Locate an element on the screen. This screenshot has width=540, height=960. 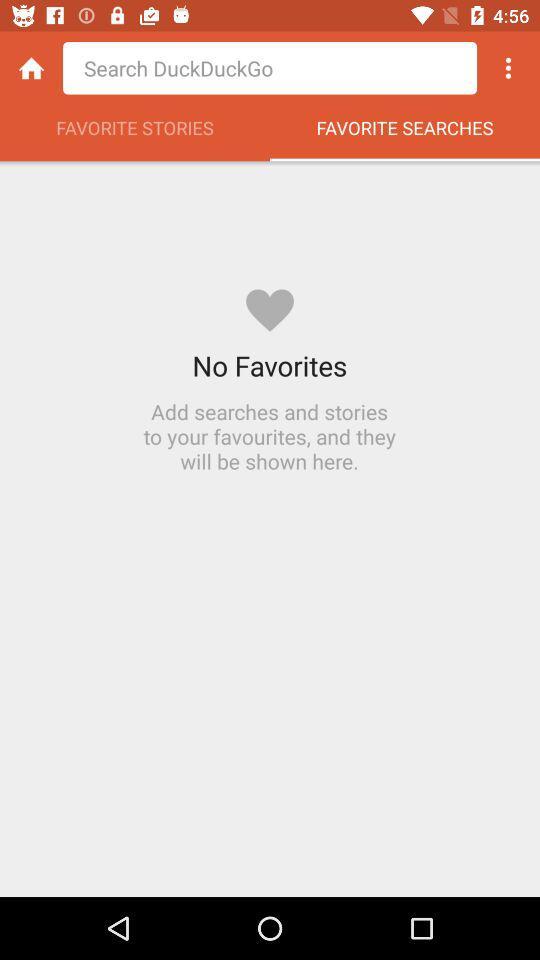
search field is located at coordinates (270, 68).